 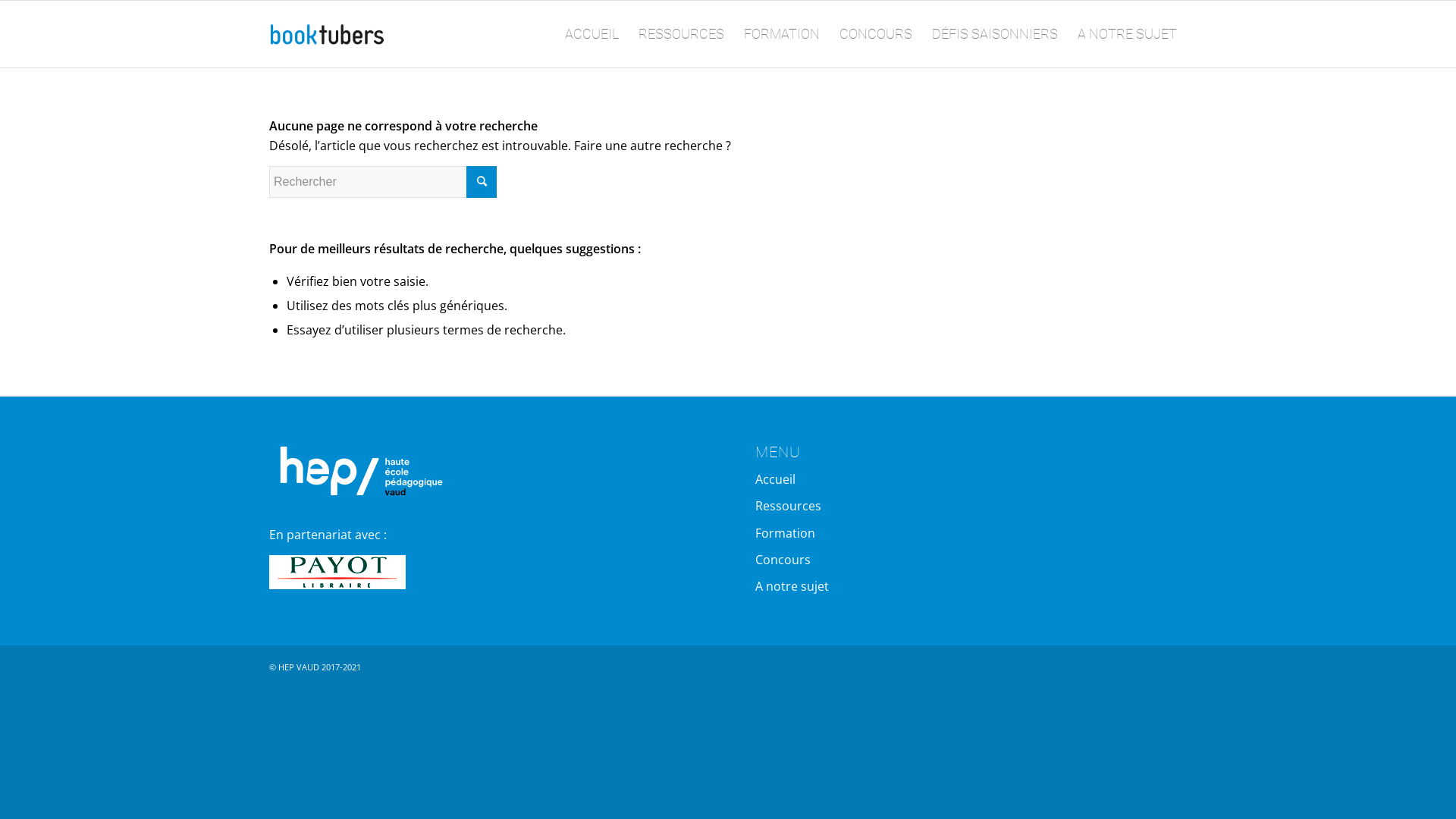 What do you see at coordinates (755, 585) in the screenshot?
I see `'A notre sujet'` at bounding box center [755, 585].